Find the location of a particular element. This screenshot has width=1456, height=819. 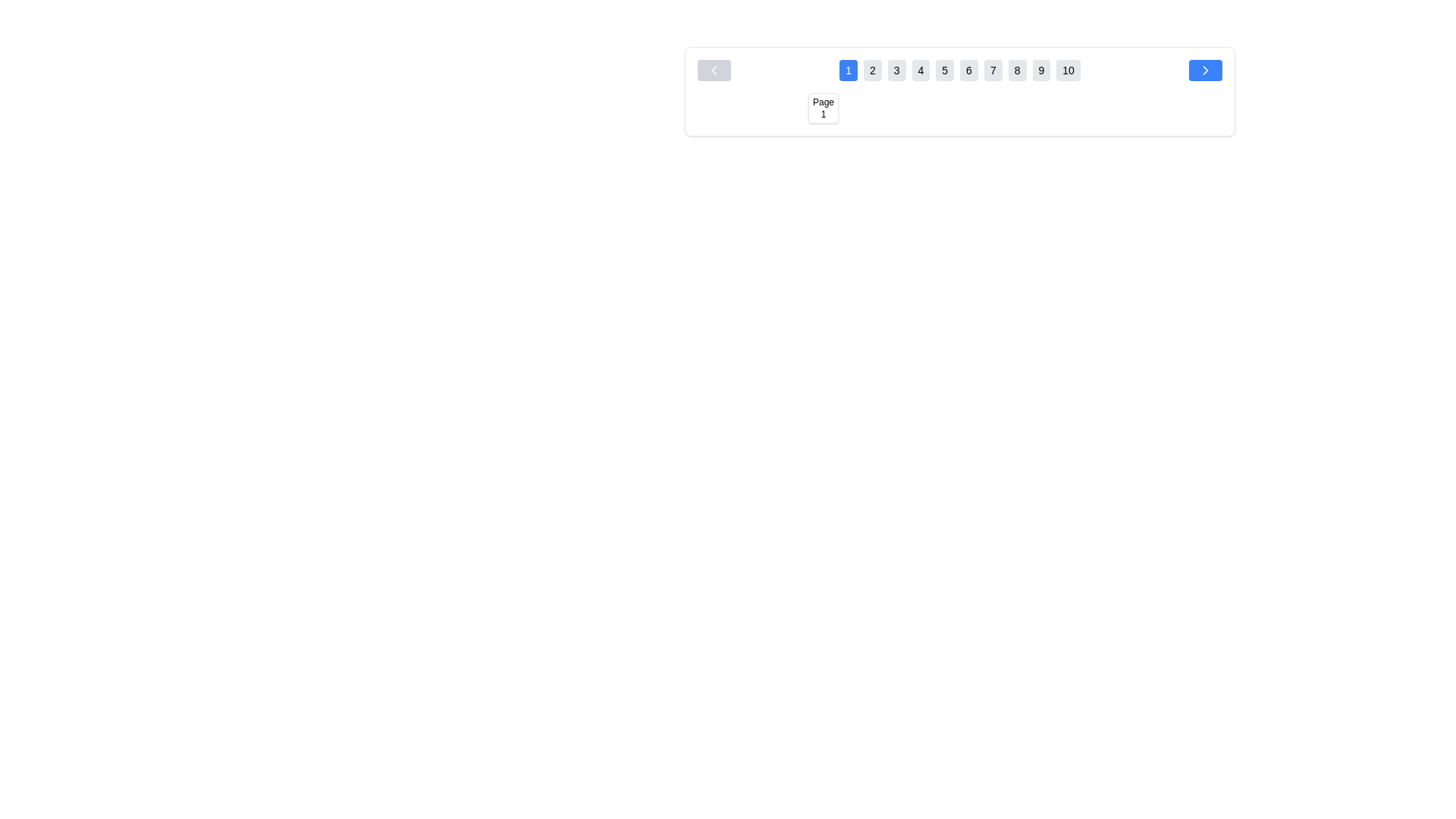

the Pagination control element is located at coordinates (959, 91).